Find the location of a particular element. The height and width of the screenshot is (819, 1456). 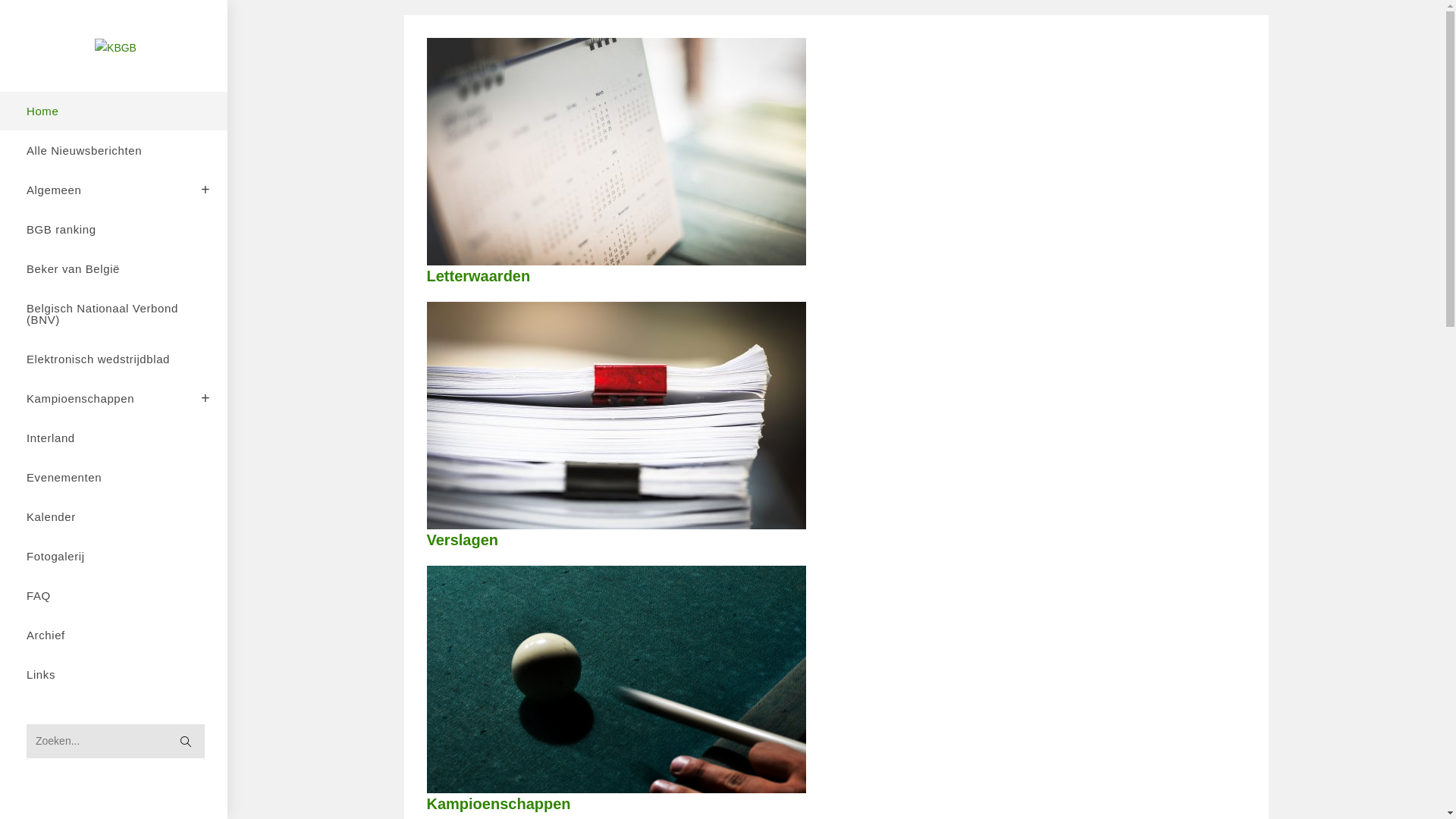

'Verzend zoekopdracht' is located at coordinates (167, 741).